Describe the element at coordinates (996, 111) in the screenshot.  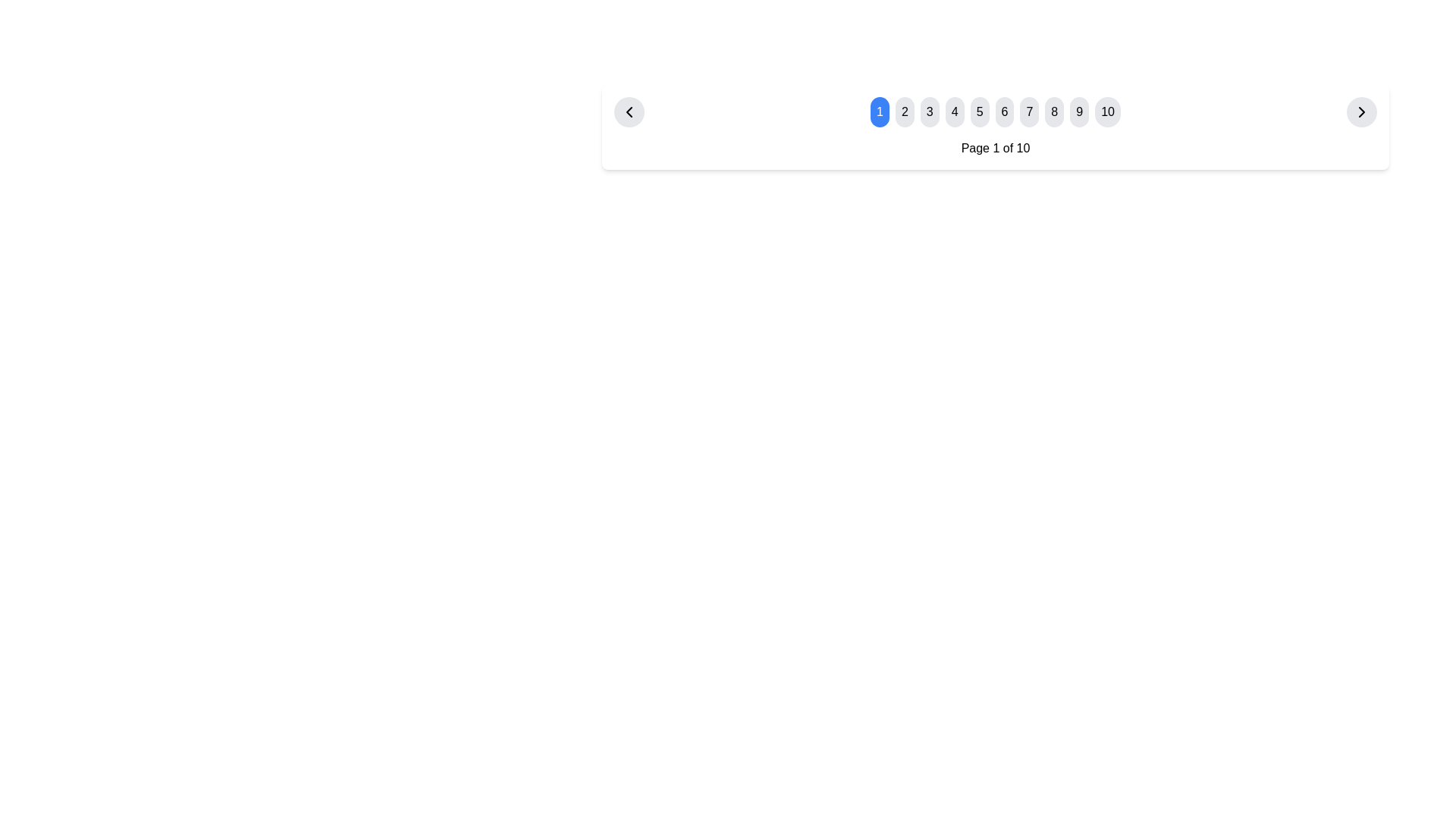
I see `the circular button displaying the number '6'` at that location.